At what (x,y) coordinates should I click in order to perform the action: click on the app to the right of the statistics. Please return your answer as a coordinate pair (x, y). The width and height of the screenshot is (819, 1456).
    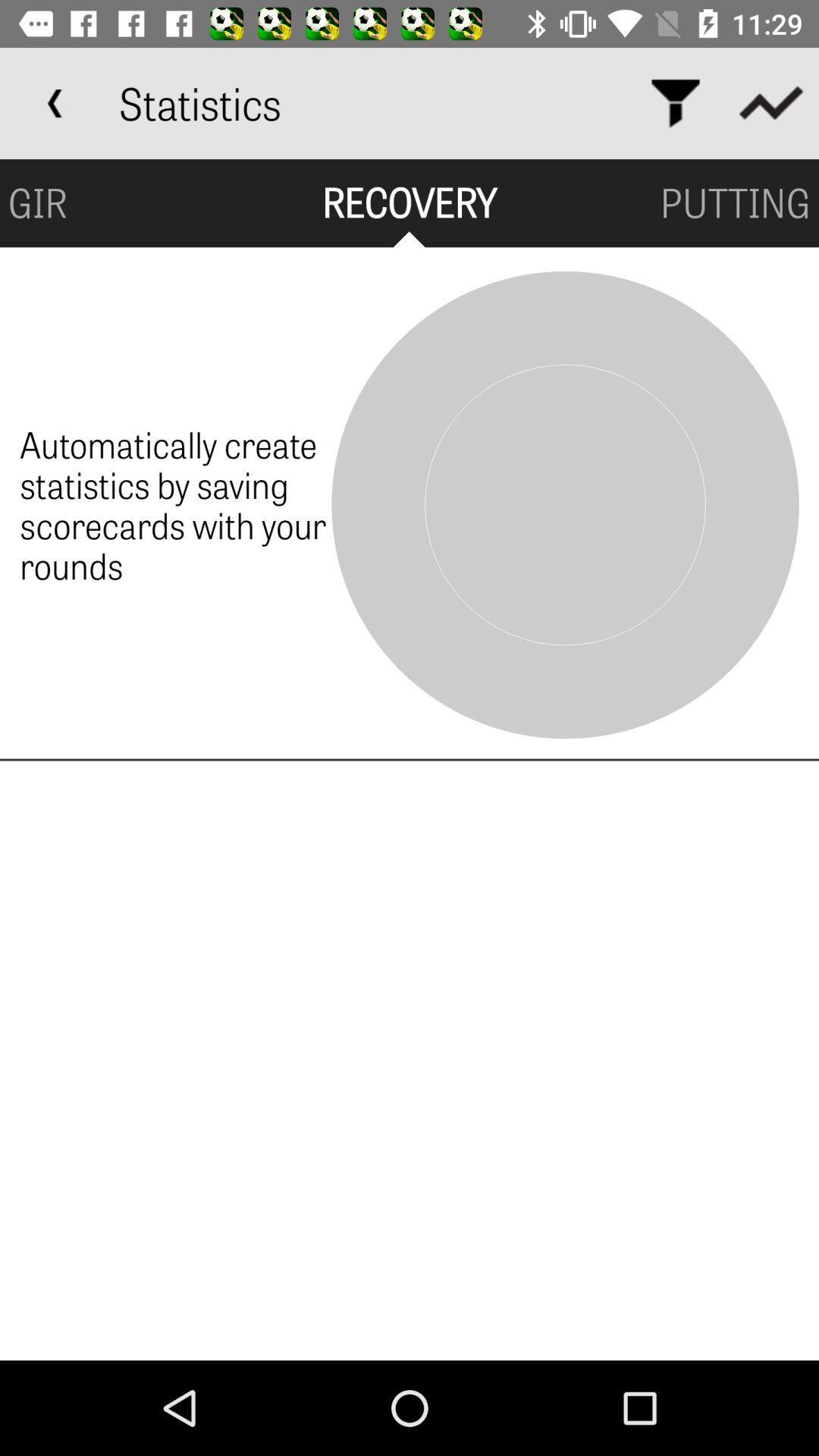
    Looking at the image, I should click on (675, 102).